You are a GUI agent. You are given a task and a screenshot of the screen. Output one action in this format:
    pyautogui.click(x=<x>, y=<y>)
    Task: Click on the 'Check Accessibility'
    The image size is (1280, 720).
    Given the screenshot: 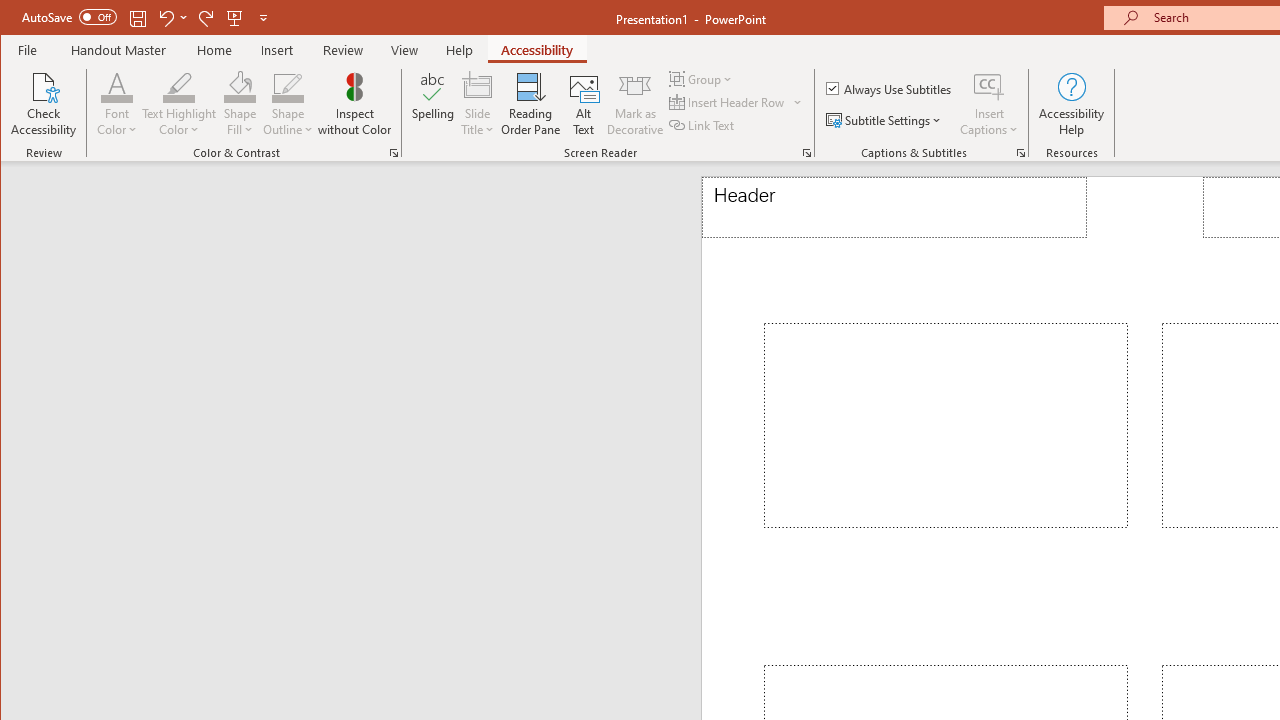 What is the action you would take?
    pyautogui.click(x=44, y=104)
    